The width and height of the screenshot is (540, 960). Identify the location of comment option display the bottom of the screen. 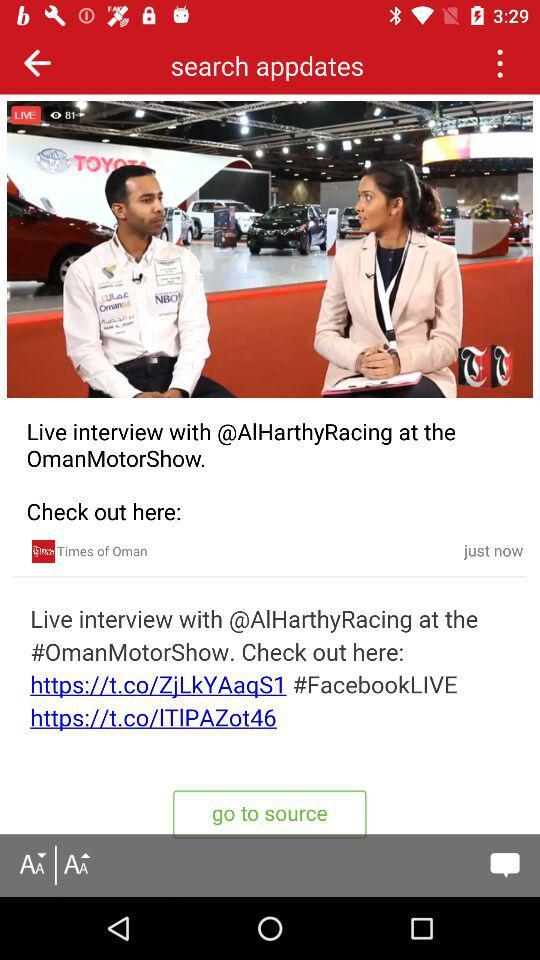
(504, 864).